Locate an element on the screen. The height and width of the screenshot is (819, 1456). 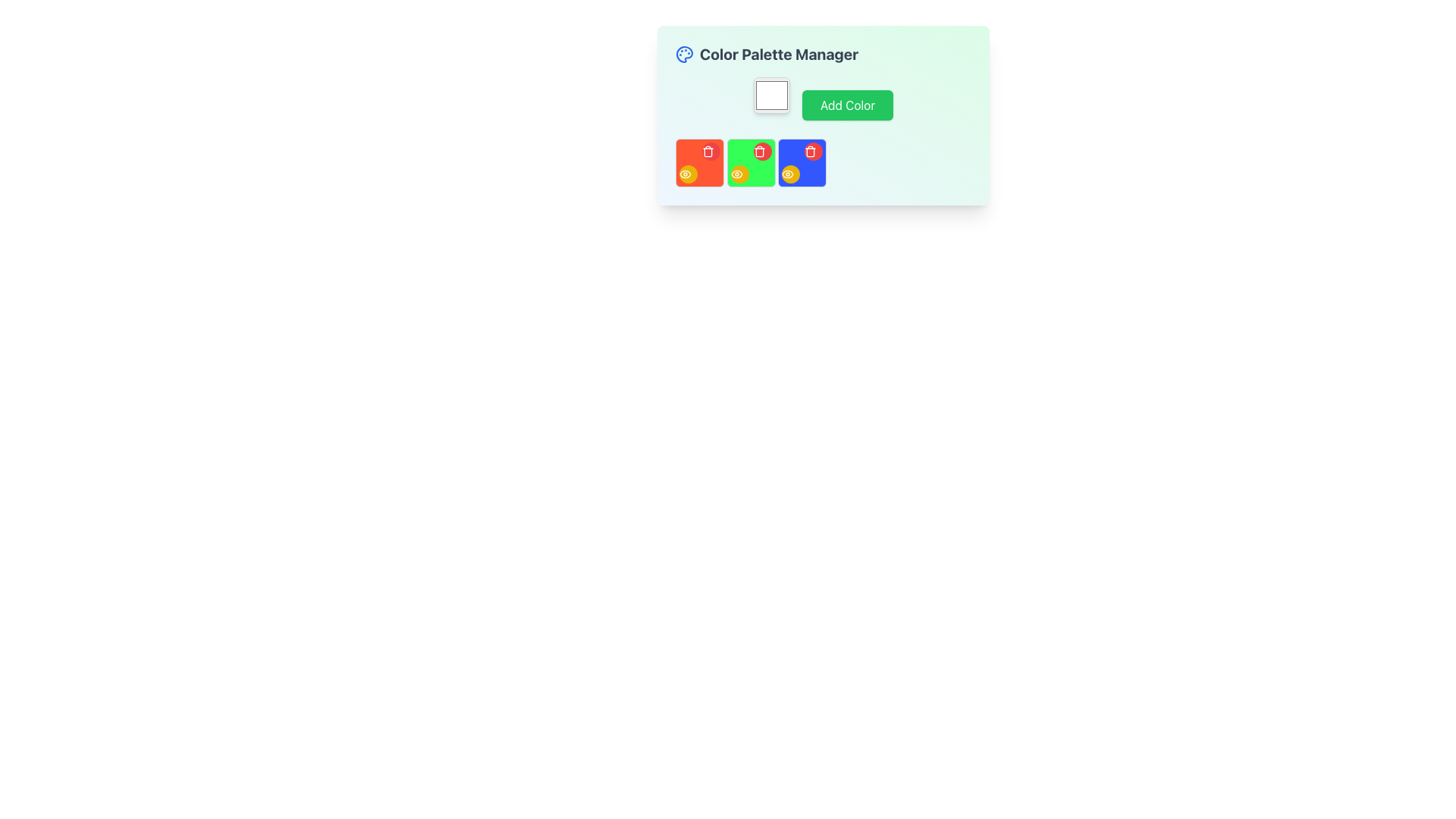
the 'eye' icon located at the bottom-left corner of the yellow square is located at coordinates (736, 174).